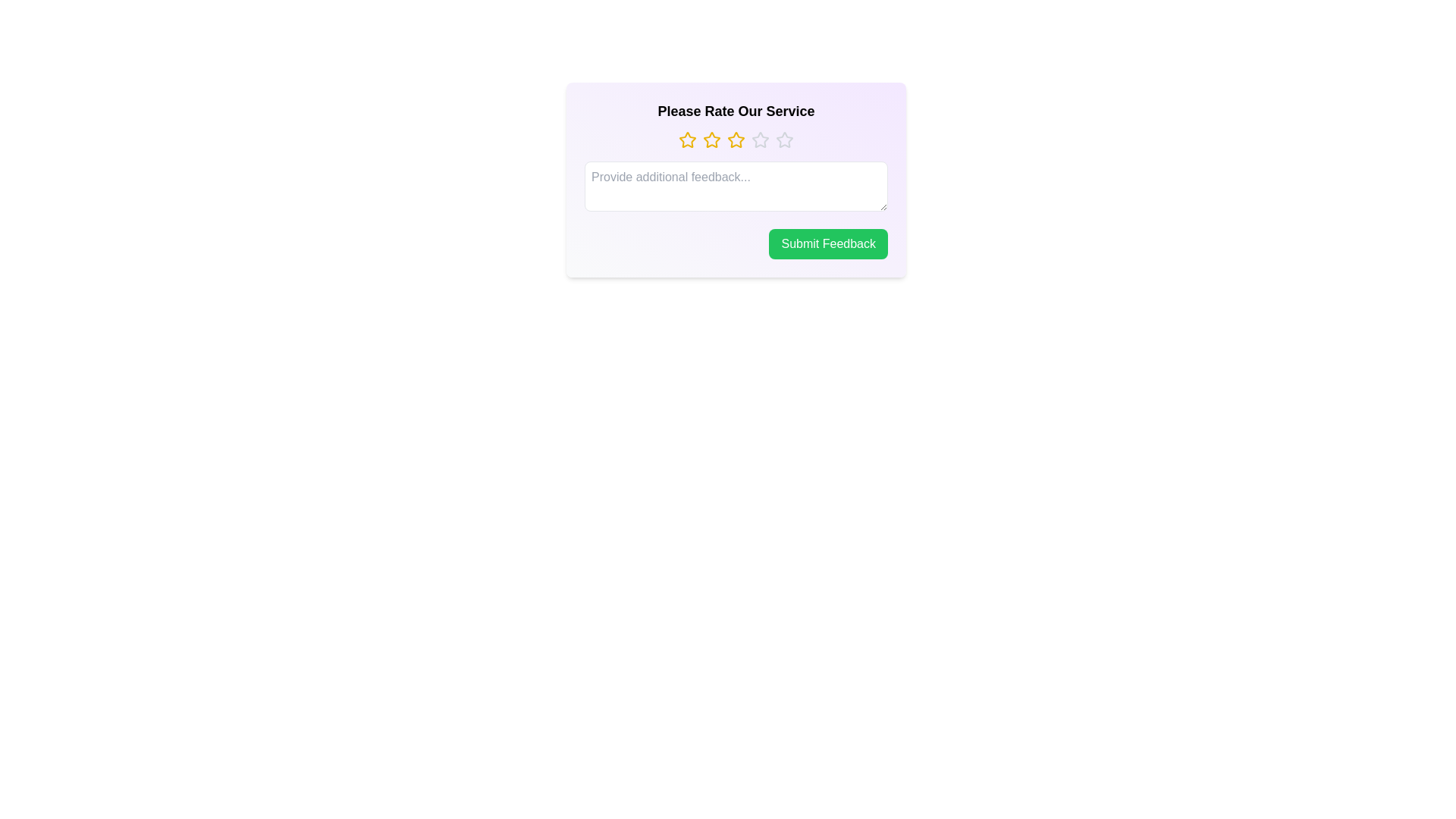  Describe the element at coordinates (711, 140) in the screenshot. I see `the star corresponding to the 2 value to set the rating` at that location.